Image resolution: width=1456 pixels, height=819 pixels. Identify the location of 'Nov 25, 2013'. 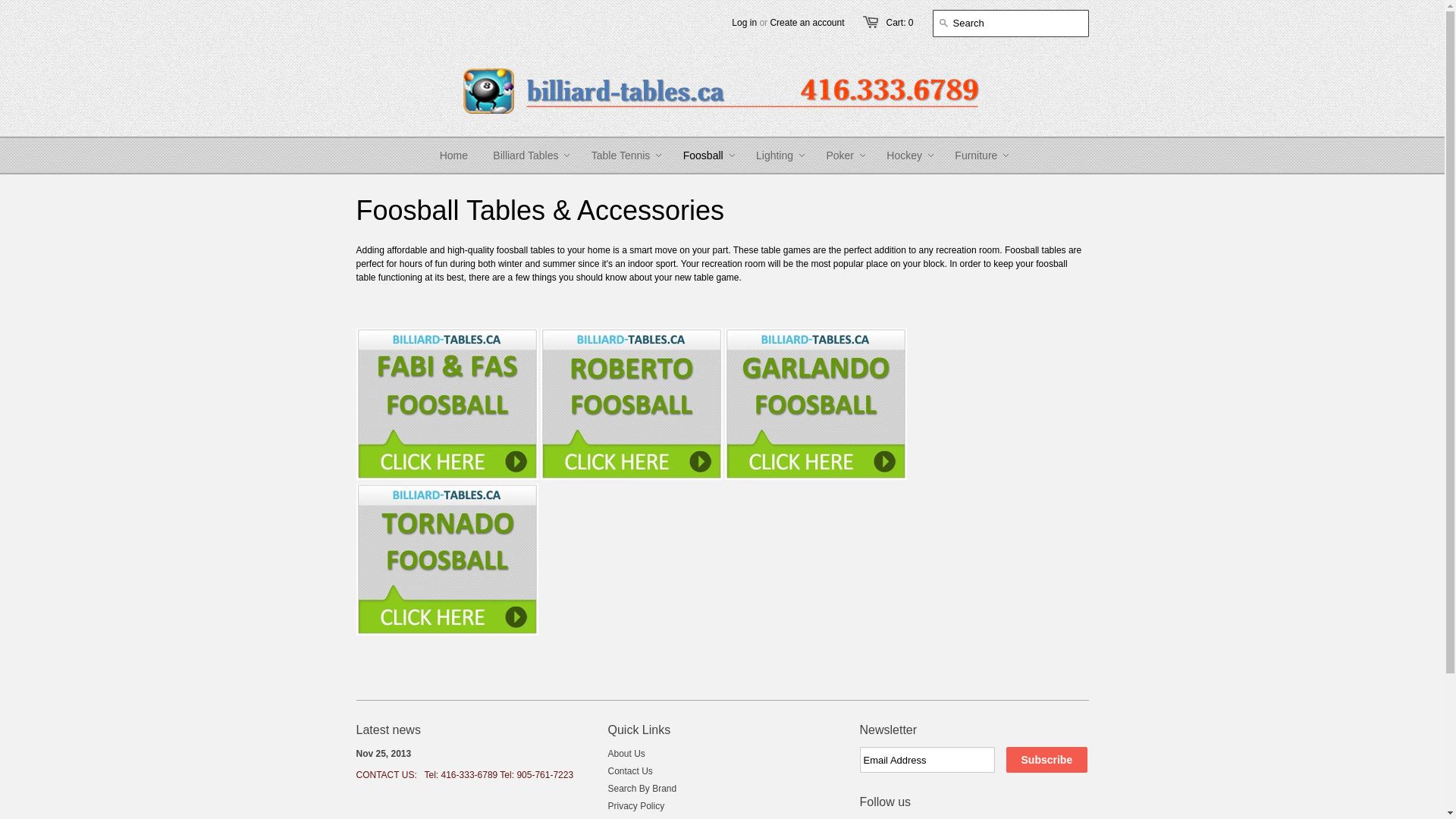
(384, 754).